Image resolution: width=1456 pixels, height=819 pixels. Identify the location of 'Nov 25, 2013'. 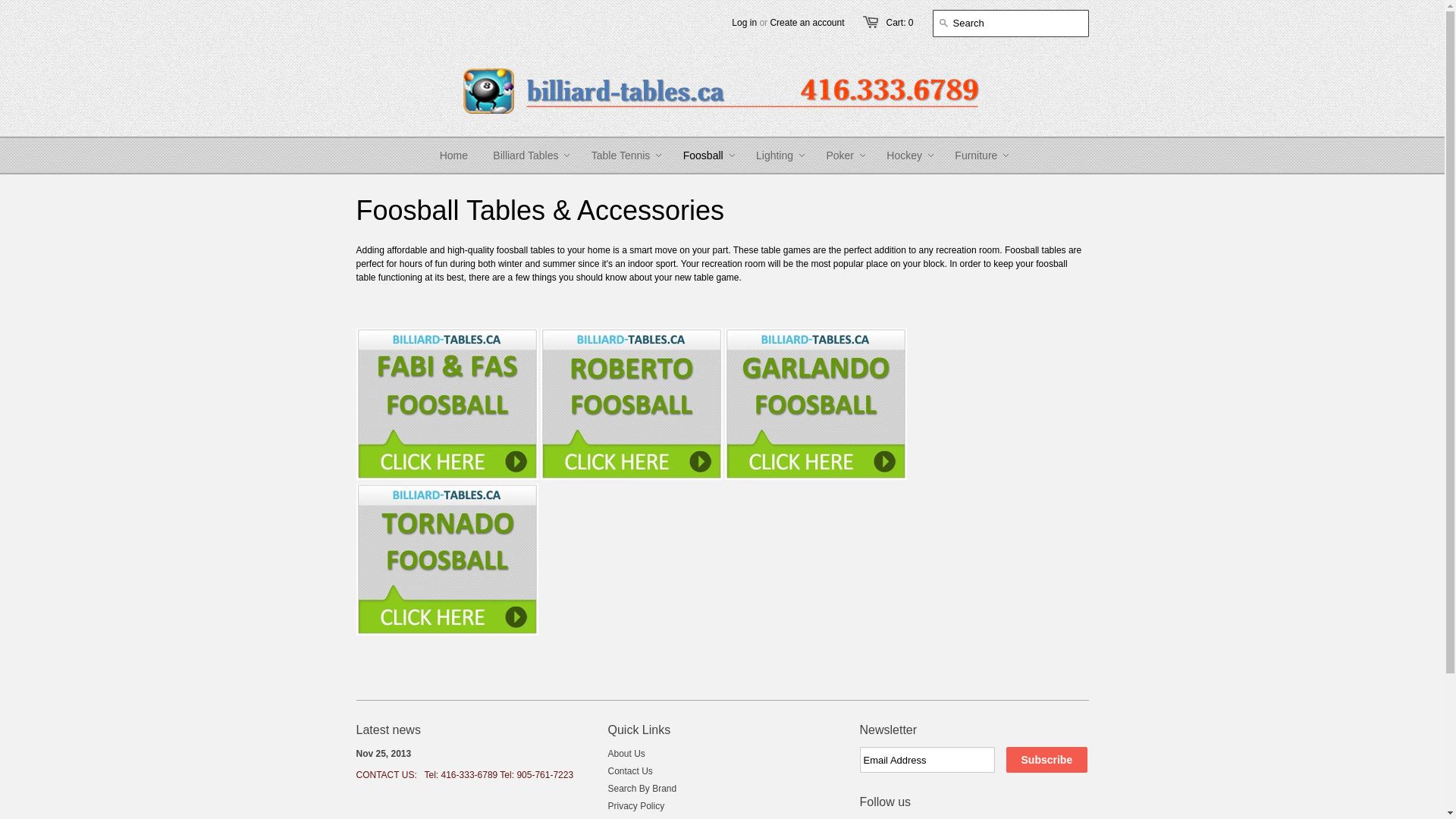
(384, 754).